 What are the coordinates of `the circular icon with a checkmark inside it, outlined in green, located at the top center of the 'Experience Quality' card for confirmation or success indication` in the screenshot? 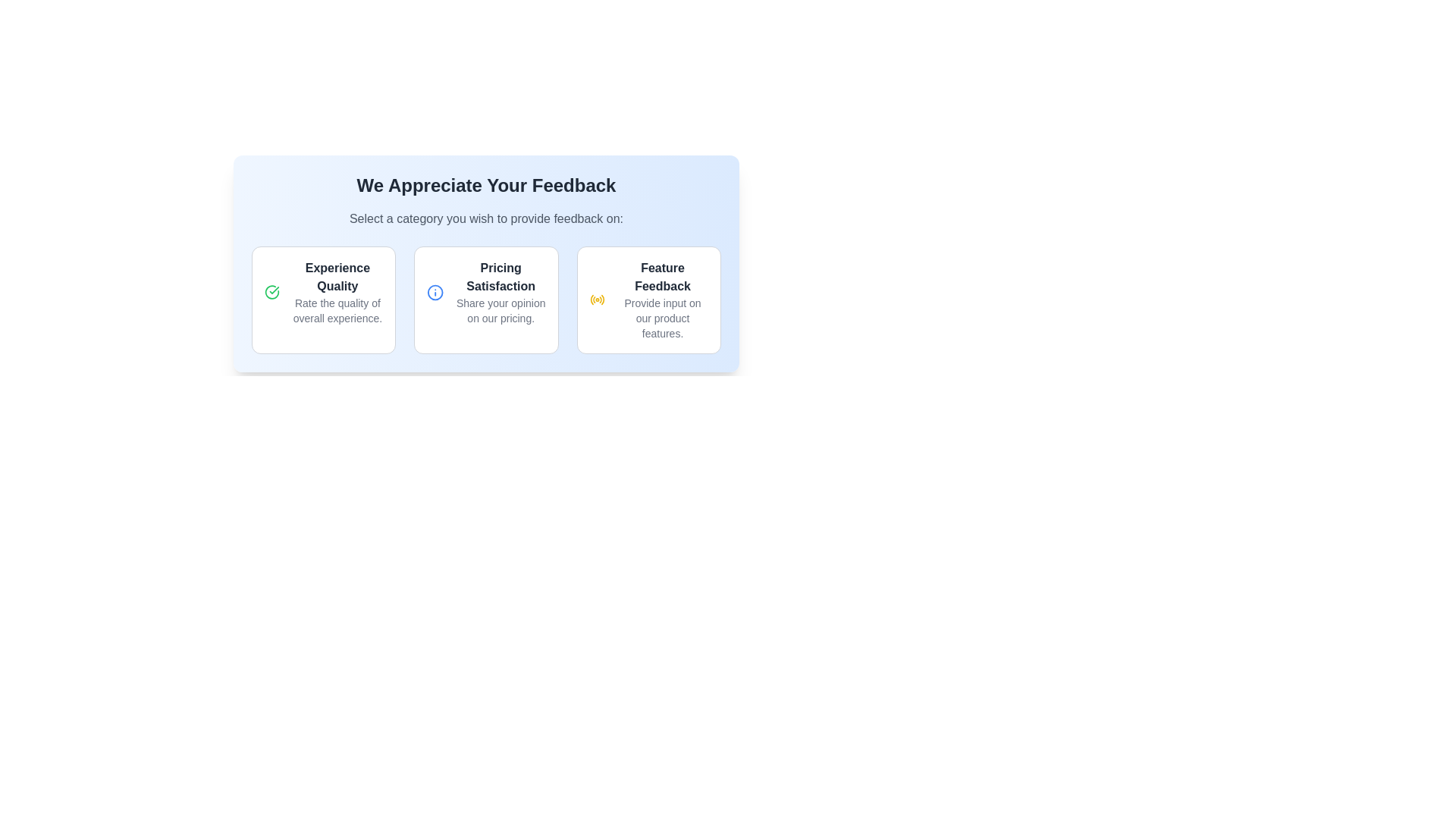 It's located at (272, 292).